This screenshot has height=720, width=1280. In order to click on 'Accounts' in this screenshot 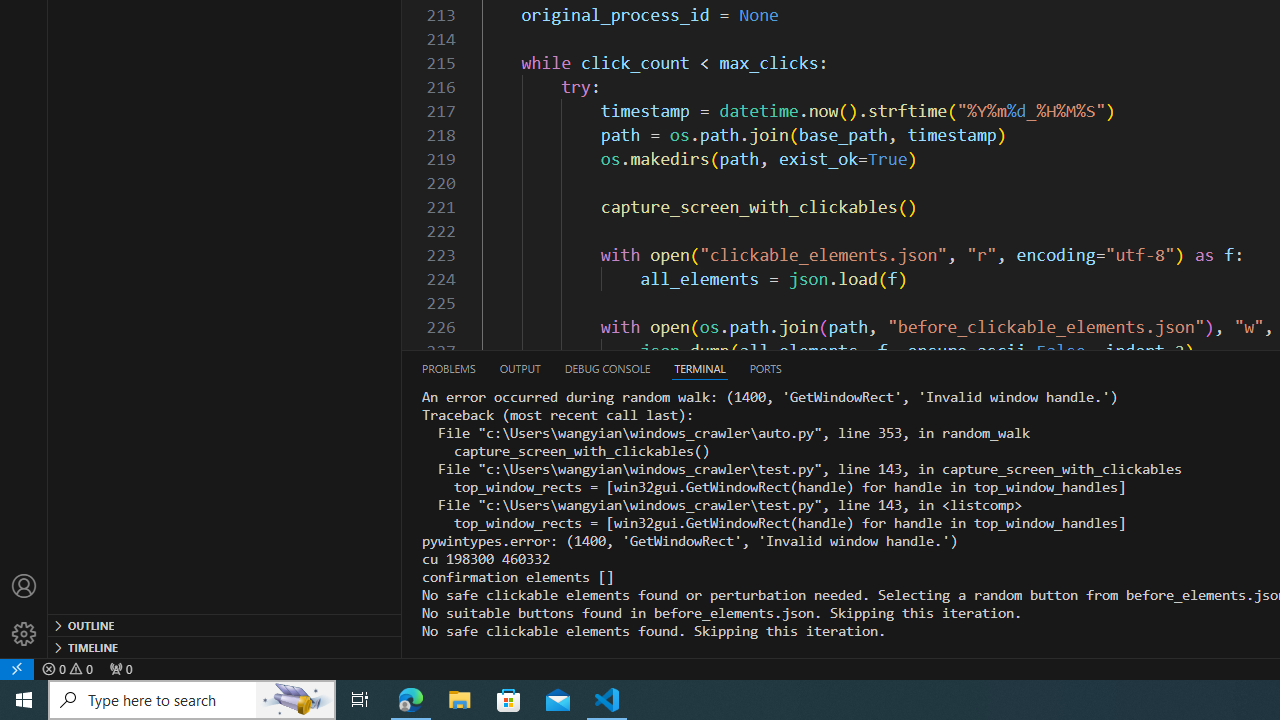, I will do `click(24, 585)`.